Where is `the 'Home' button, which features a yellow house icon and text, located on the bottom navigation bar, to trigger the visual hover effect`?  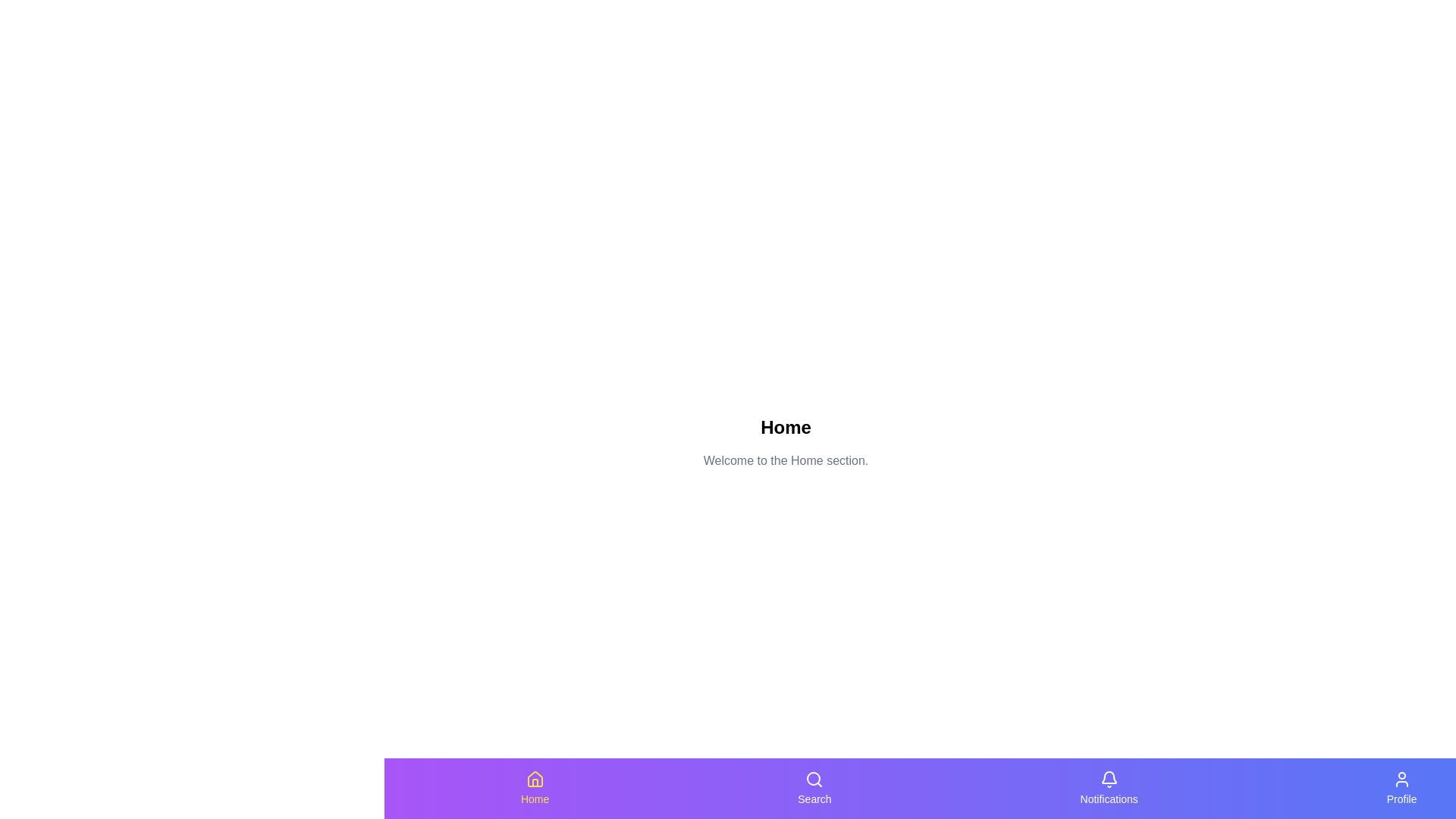 the 'Home' button, which features a yellow house icon and text, located on the bottom navigation bar, to trigger the visual hover effect is located at coordinates (535, 788).